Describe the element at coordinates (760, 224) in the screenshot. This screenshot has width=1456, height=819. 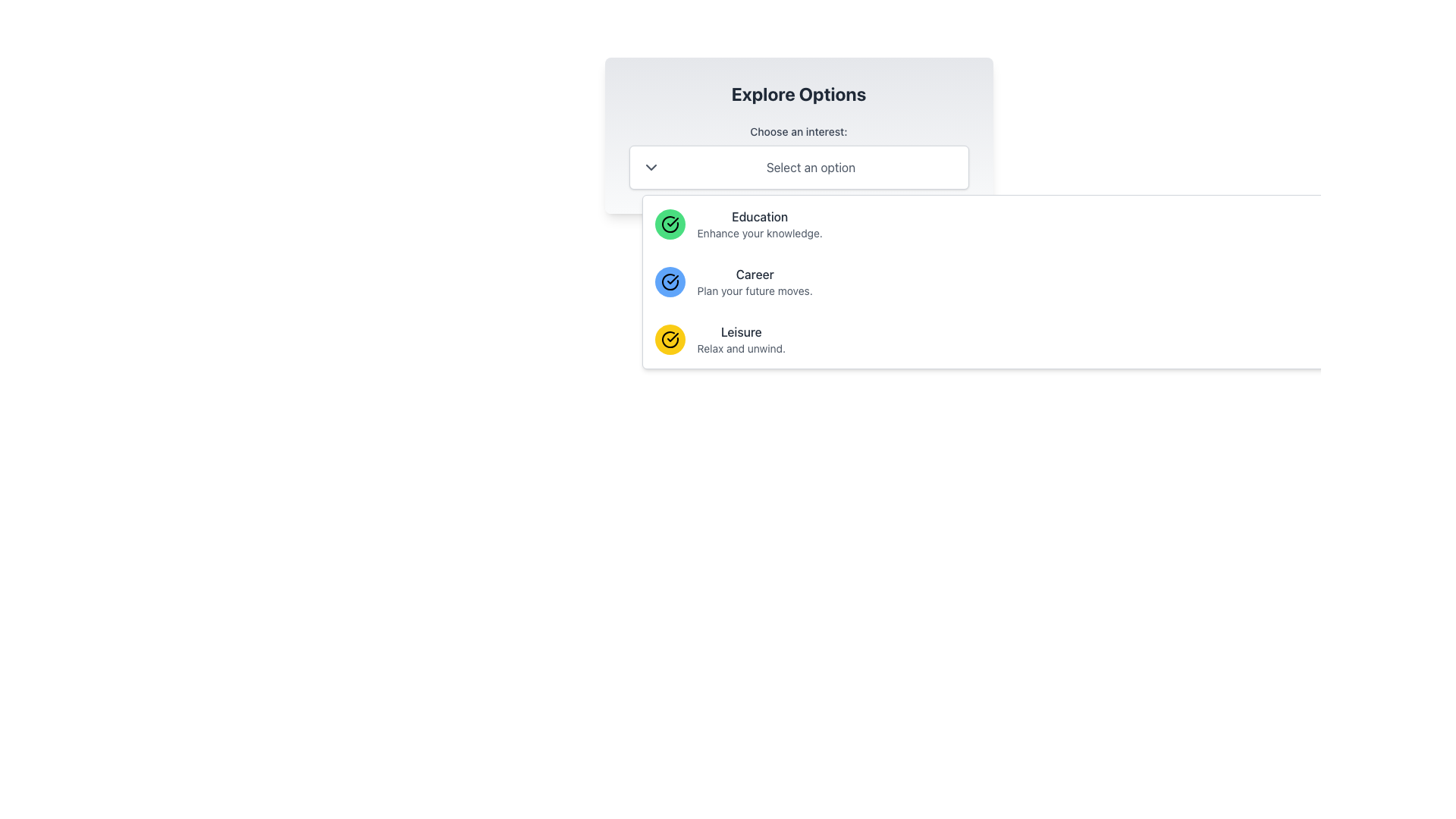
I see `the static text element labeled 'Education' which is the topmost option in a list, positioned centrally below the 'Choose an interest' dropdown` at that location.